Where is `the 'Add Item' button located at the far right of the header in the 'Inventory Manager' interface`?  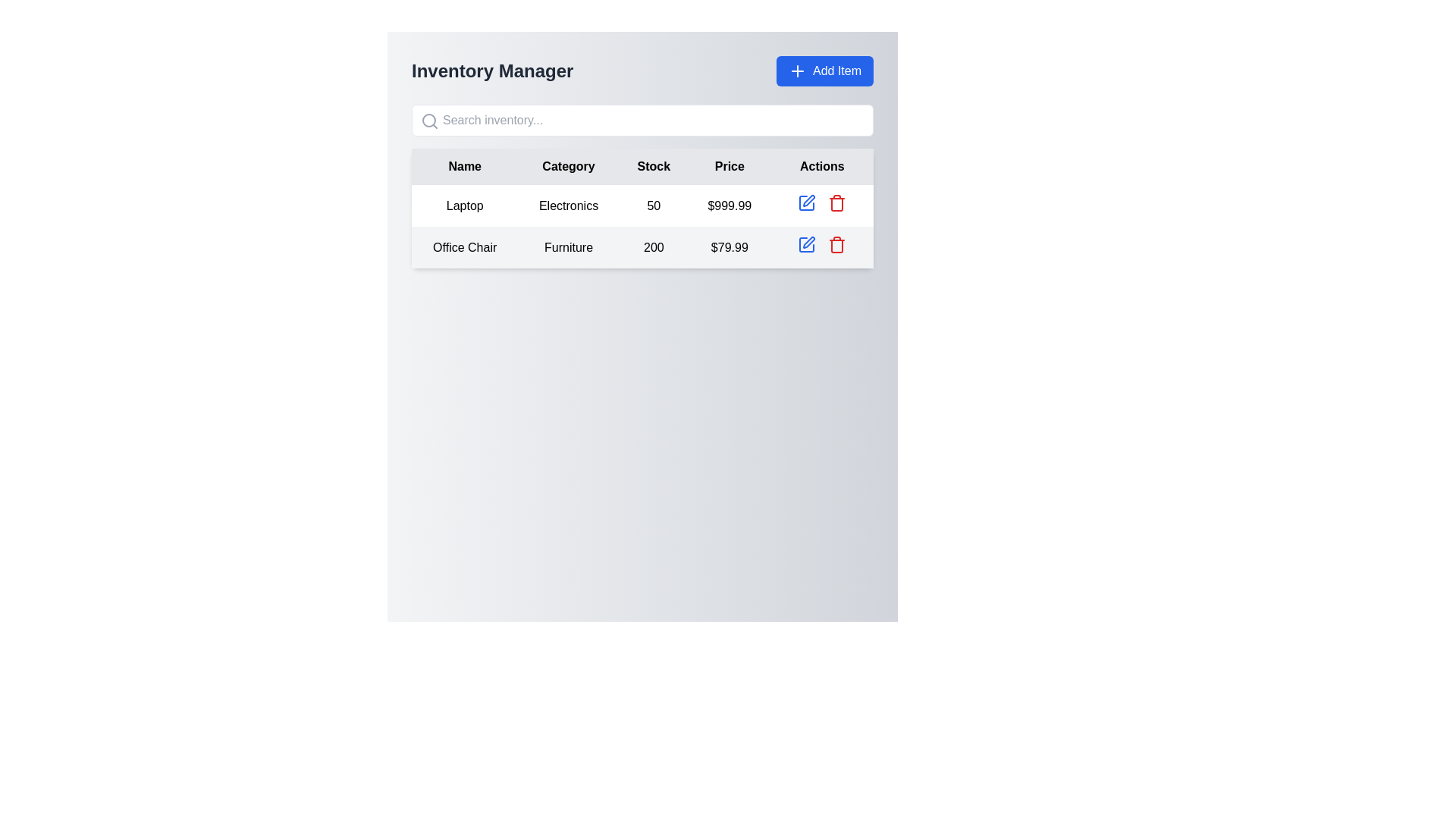
the 'Add Item' button located at the far right of the header in the 'Inventory Manager' interface is located at coordinates (824, 71).